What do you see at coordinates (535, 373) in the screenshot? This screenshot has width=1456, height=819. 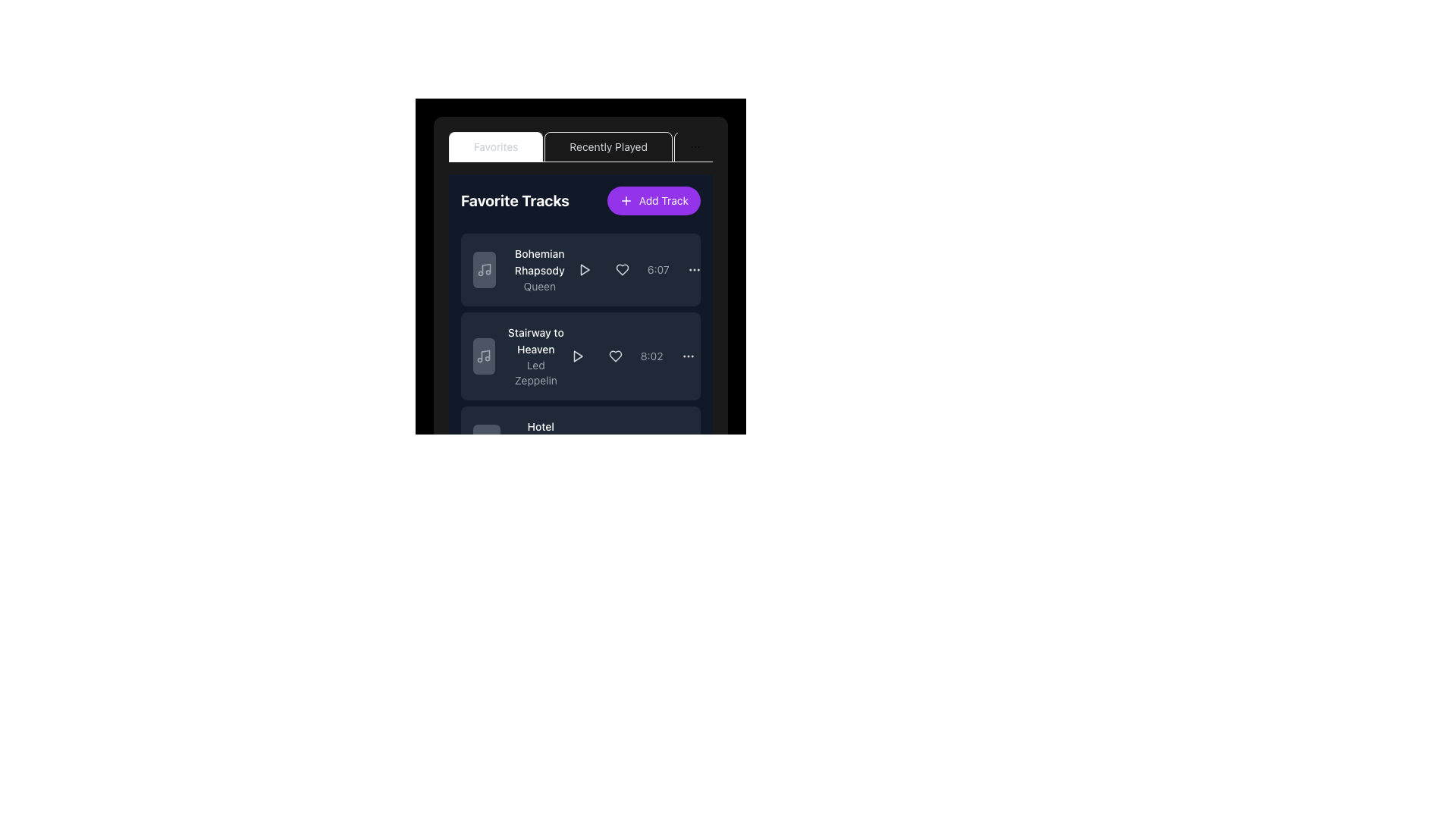 I see `the text label displaying 'Led Zeppelin' in gray color, which is located beneath the track title of the 'Stairway to Heaven' track card` at bounding box center [535, 373].